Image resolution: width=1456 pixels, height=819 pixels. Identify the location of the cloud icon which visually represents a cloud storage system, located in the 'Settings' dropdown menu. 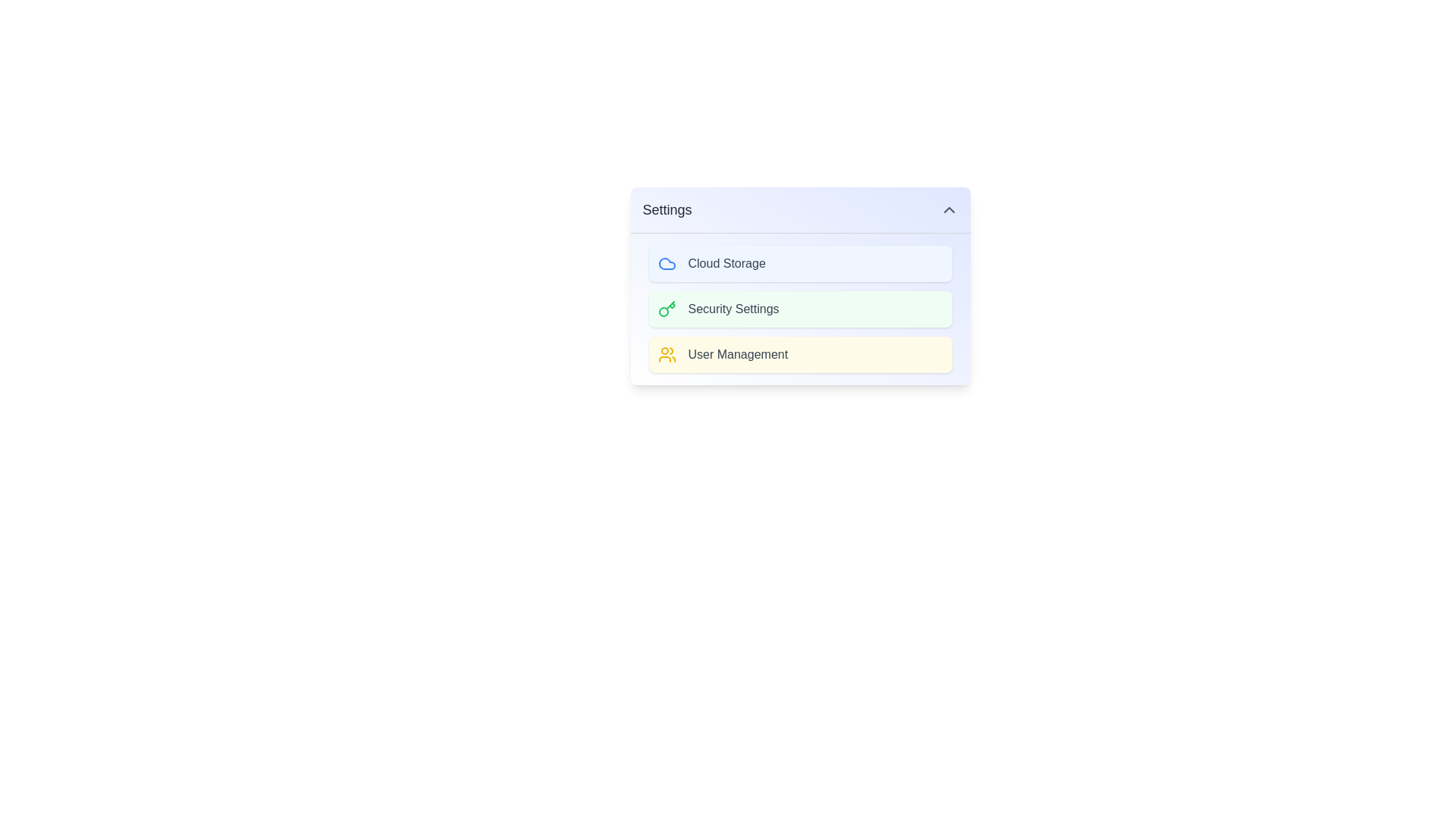
(667, 262).